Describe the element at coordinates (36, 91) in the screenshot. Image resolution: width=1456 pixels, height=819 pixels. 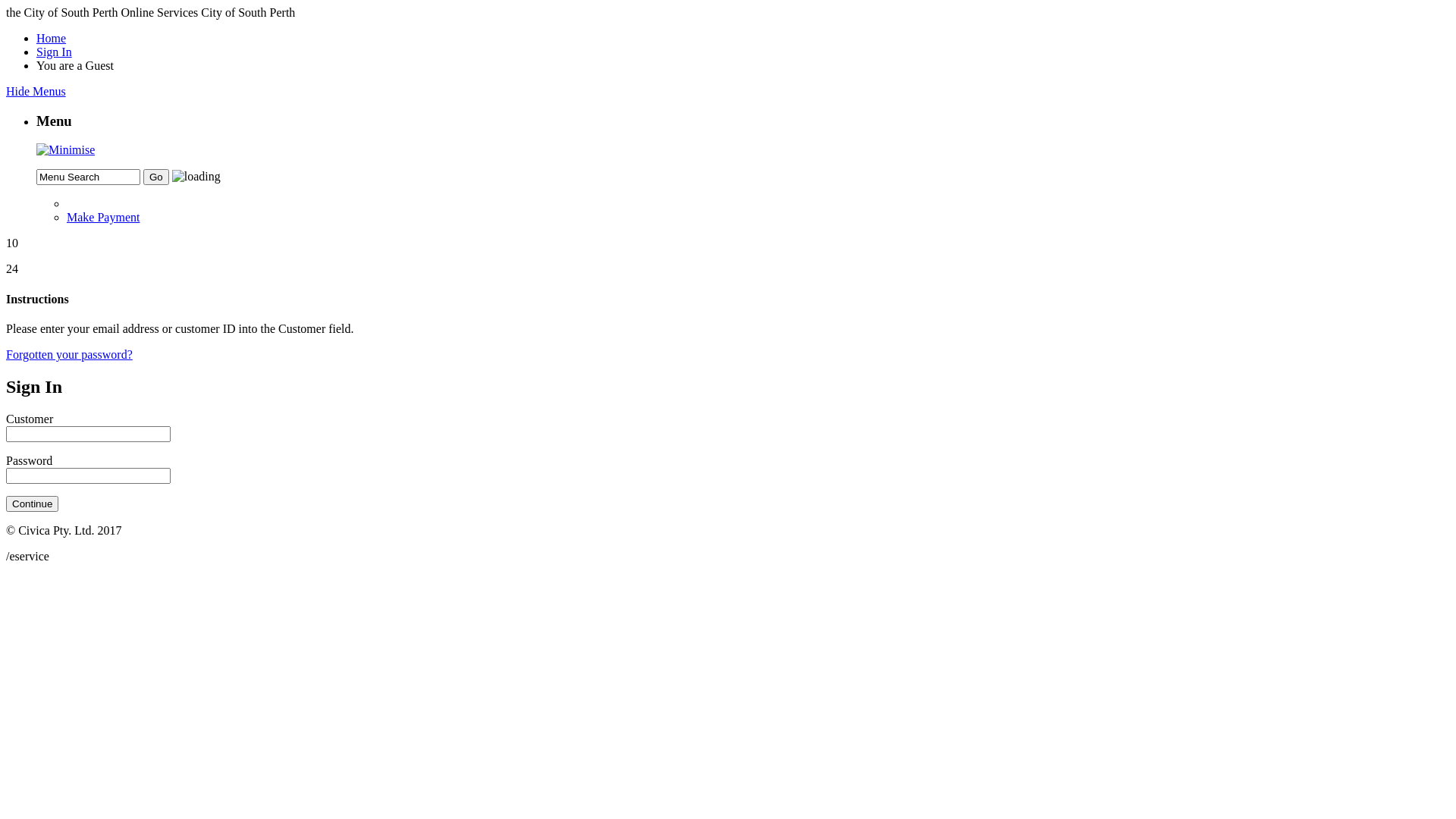
I see `'Hide Menus'` at that location.